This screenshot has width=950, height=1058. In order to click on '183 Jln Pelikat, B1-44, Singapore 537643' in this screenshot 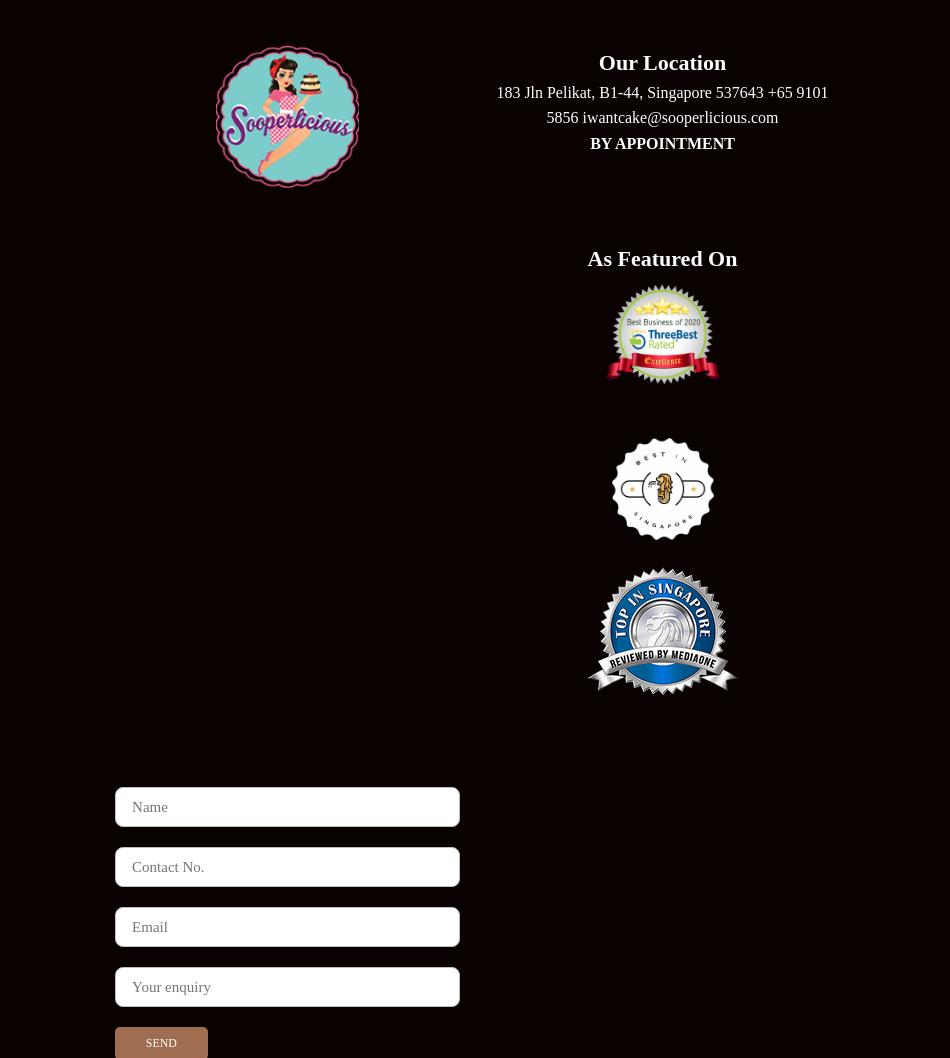, I will do `click(631, 90)`.